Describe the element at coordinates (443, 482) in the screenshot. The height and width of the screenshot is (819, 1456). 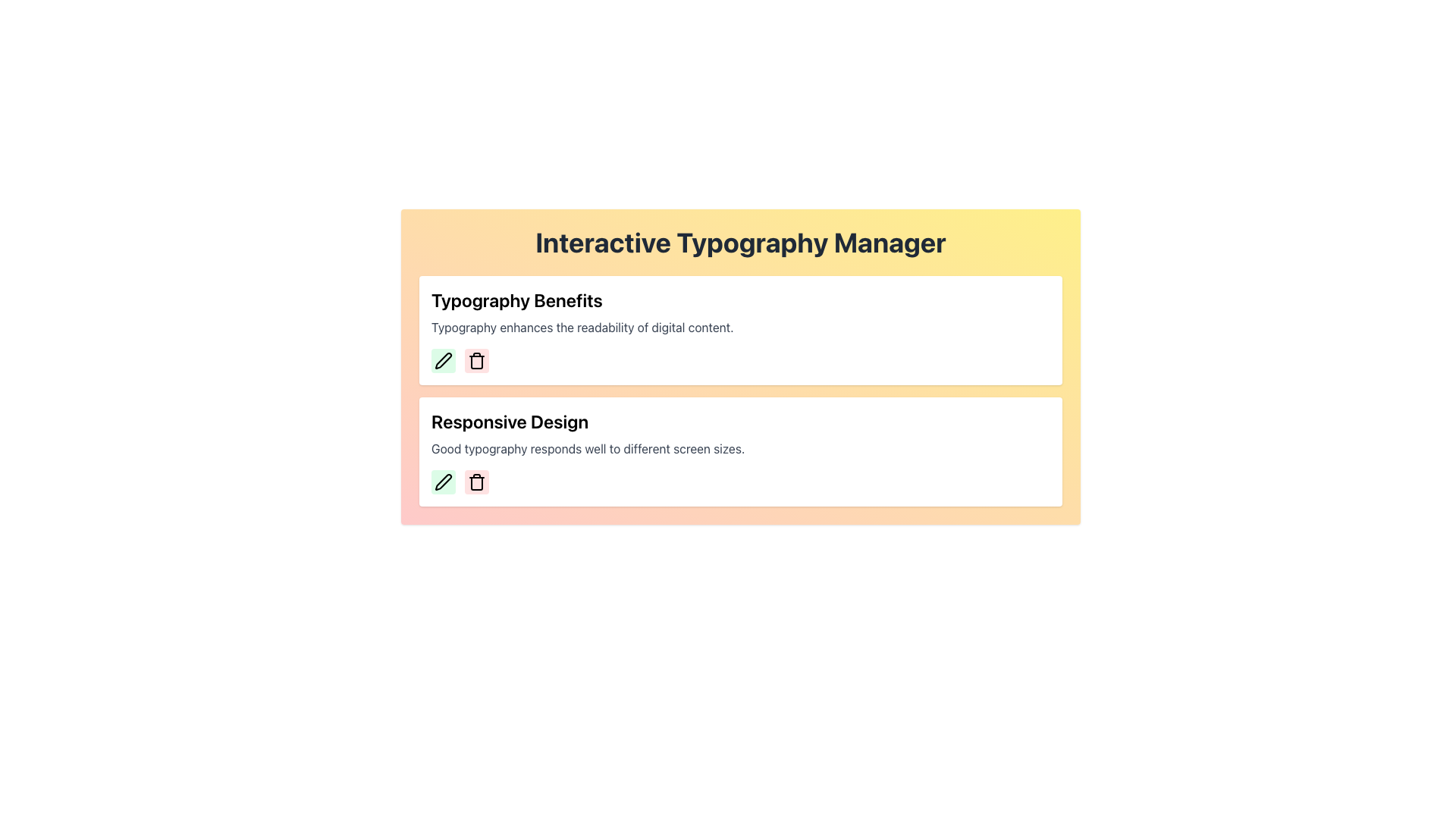
I see `the pencil icon button located in the "Typography Benefits" card to initiate editing of the card content` at that location.